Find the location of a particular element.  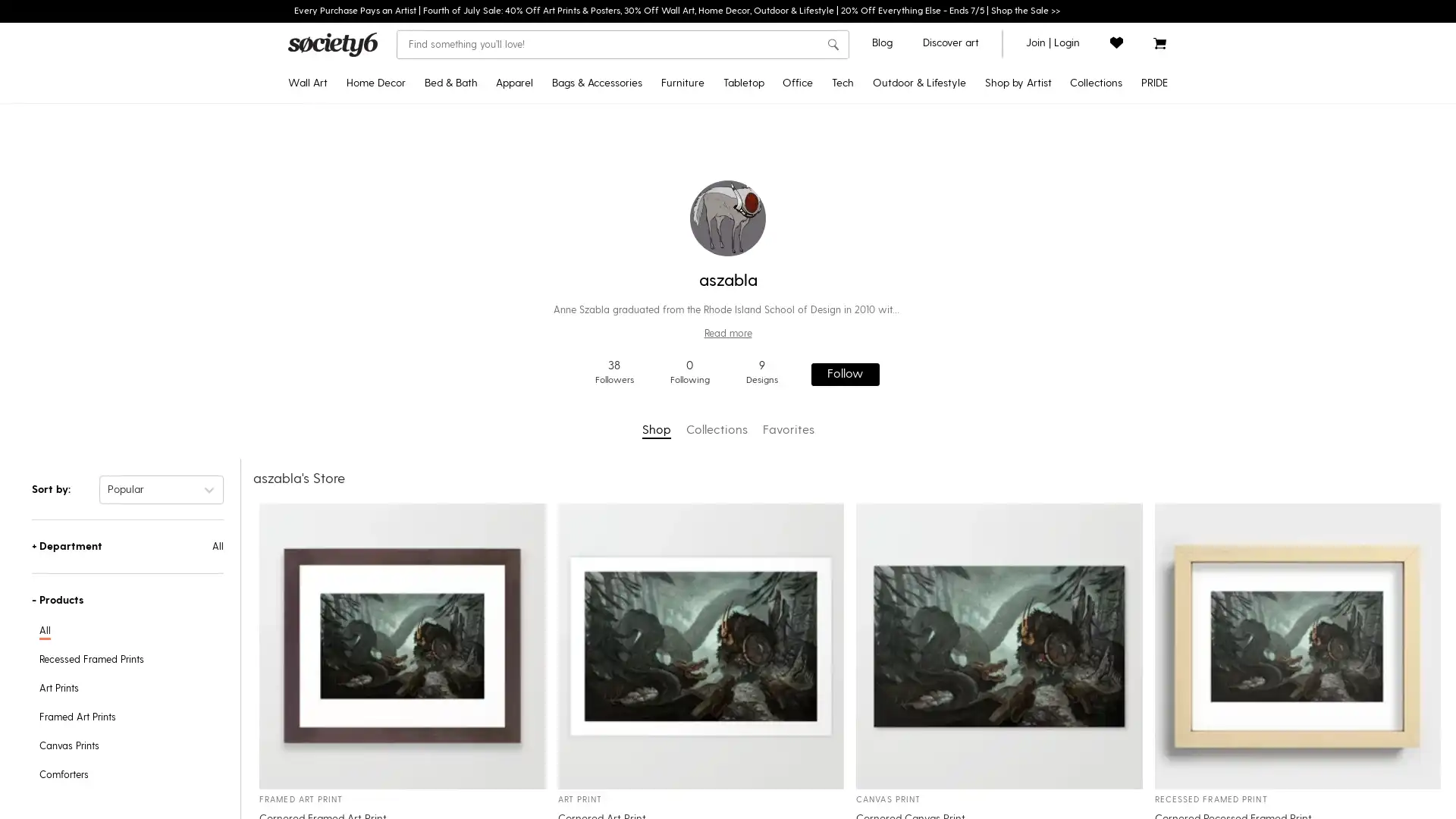

Tech is located at coordinates (842, 83).